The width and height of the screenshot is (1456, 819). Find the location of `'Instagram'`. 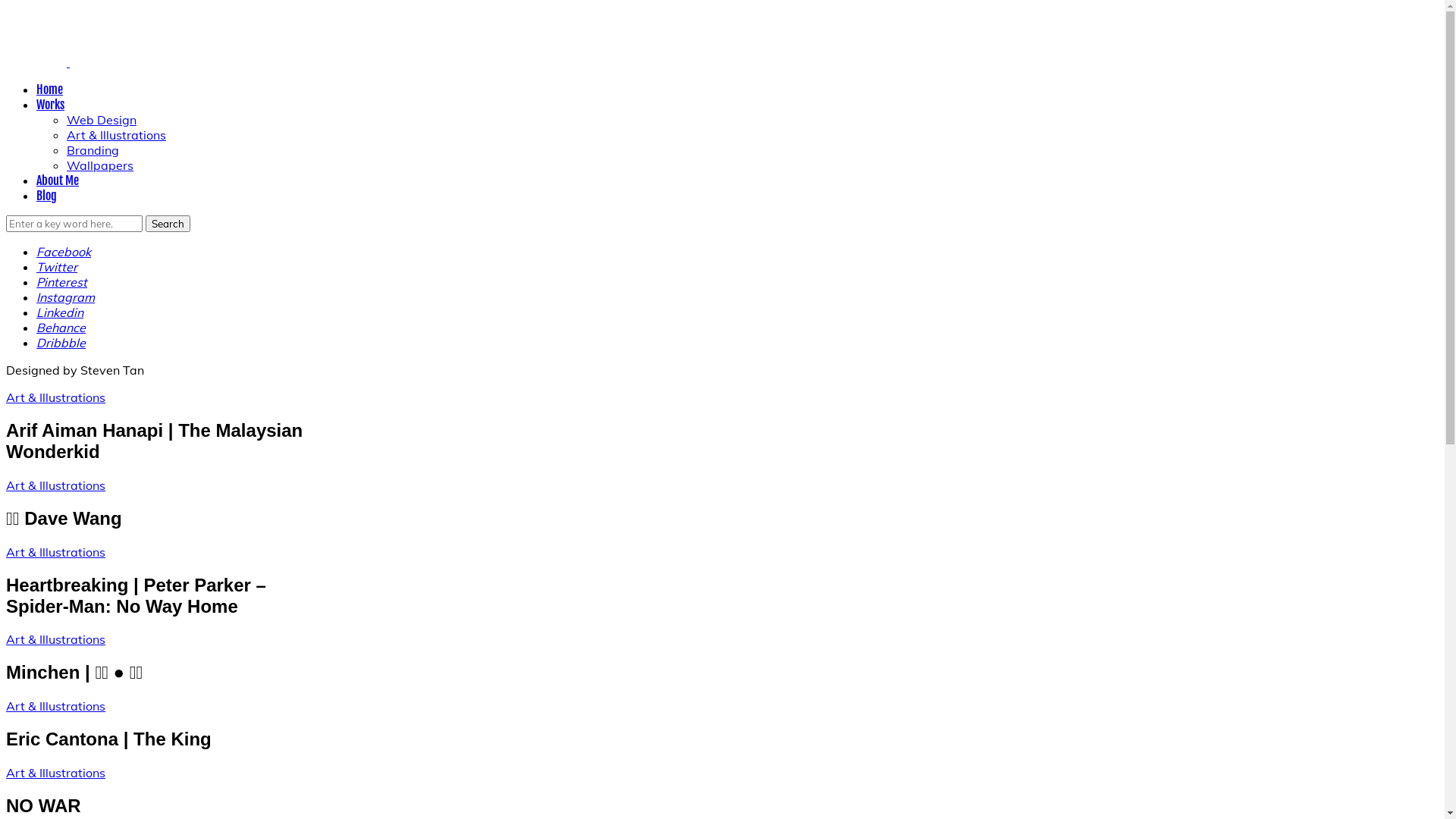

'Instagram' is located at coordinates (36, 297).